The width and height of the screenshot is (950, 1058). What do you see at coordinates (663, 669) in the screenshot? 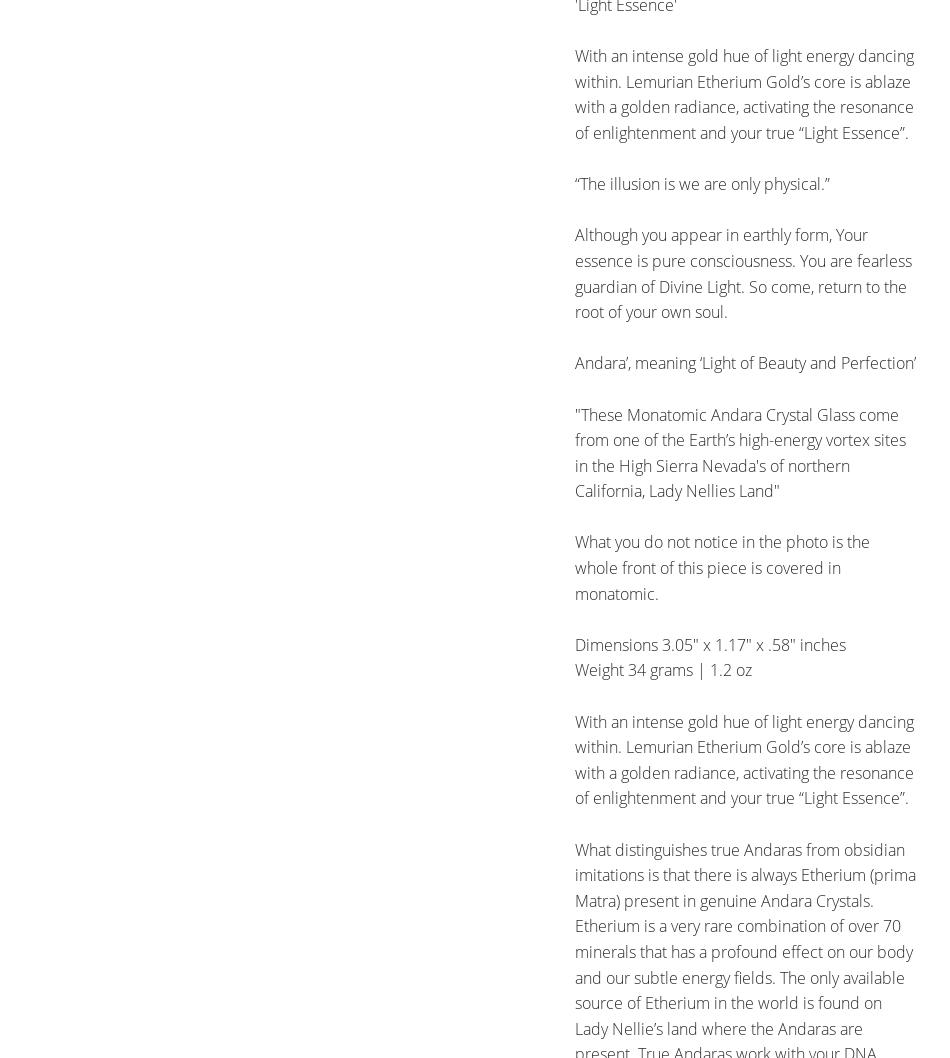
I see `'Weight 34 grams | 1.2 oz'` at bounding box center [663, 669].